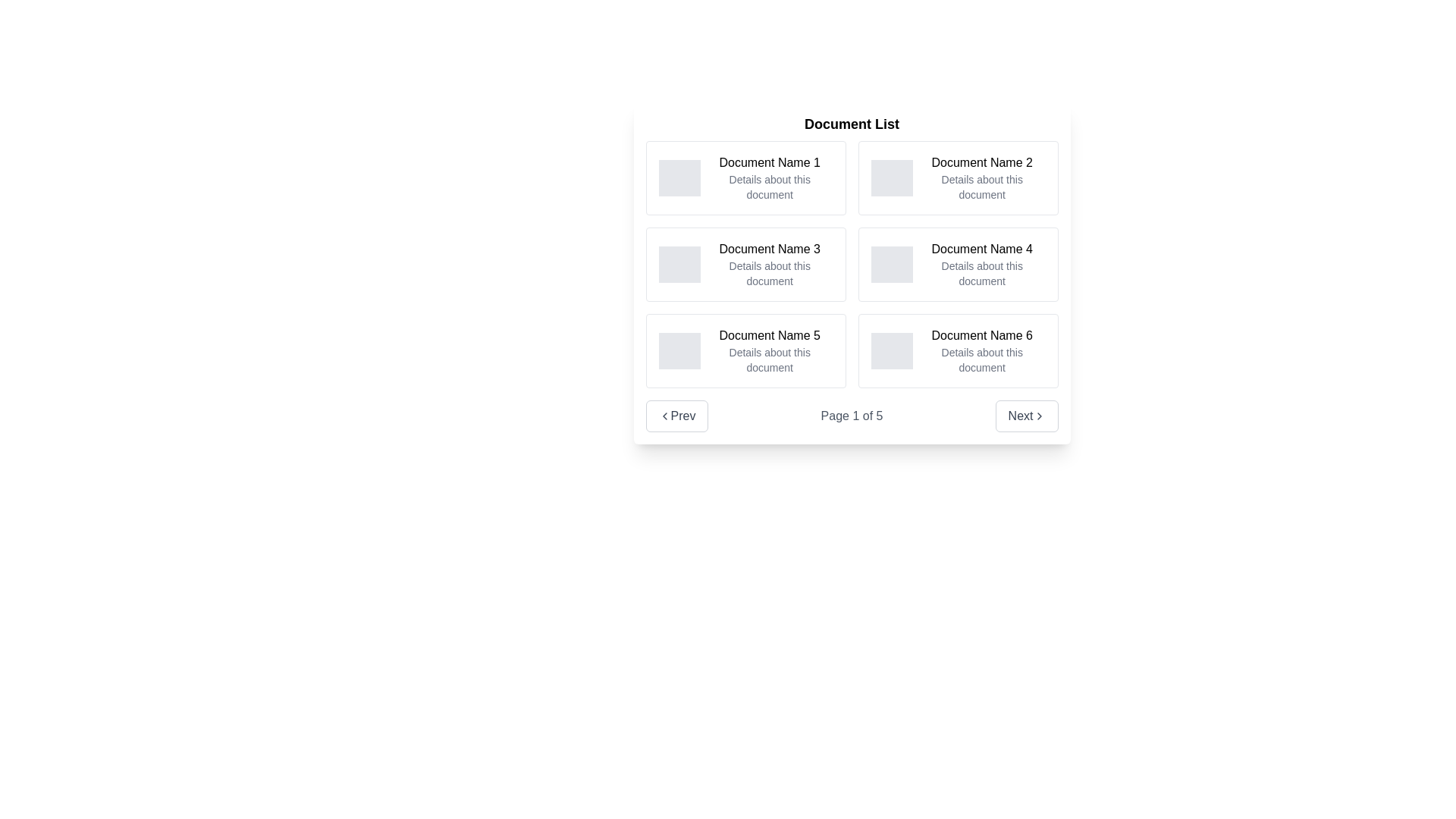 The image size is (1456, 819). What do you see at coordinates (982, 359) in the screenshot?
I see `the non-interactive text label providing information about 'Document Name 6' located in the bottom-right card of the grid layout` at bounding box center [982, 359].